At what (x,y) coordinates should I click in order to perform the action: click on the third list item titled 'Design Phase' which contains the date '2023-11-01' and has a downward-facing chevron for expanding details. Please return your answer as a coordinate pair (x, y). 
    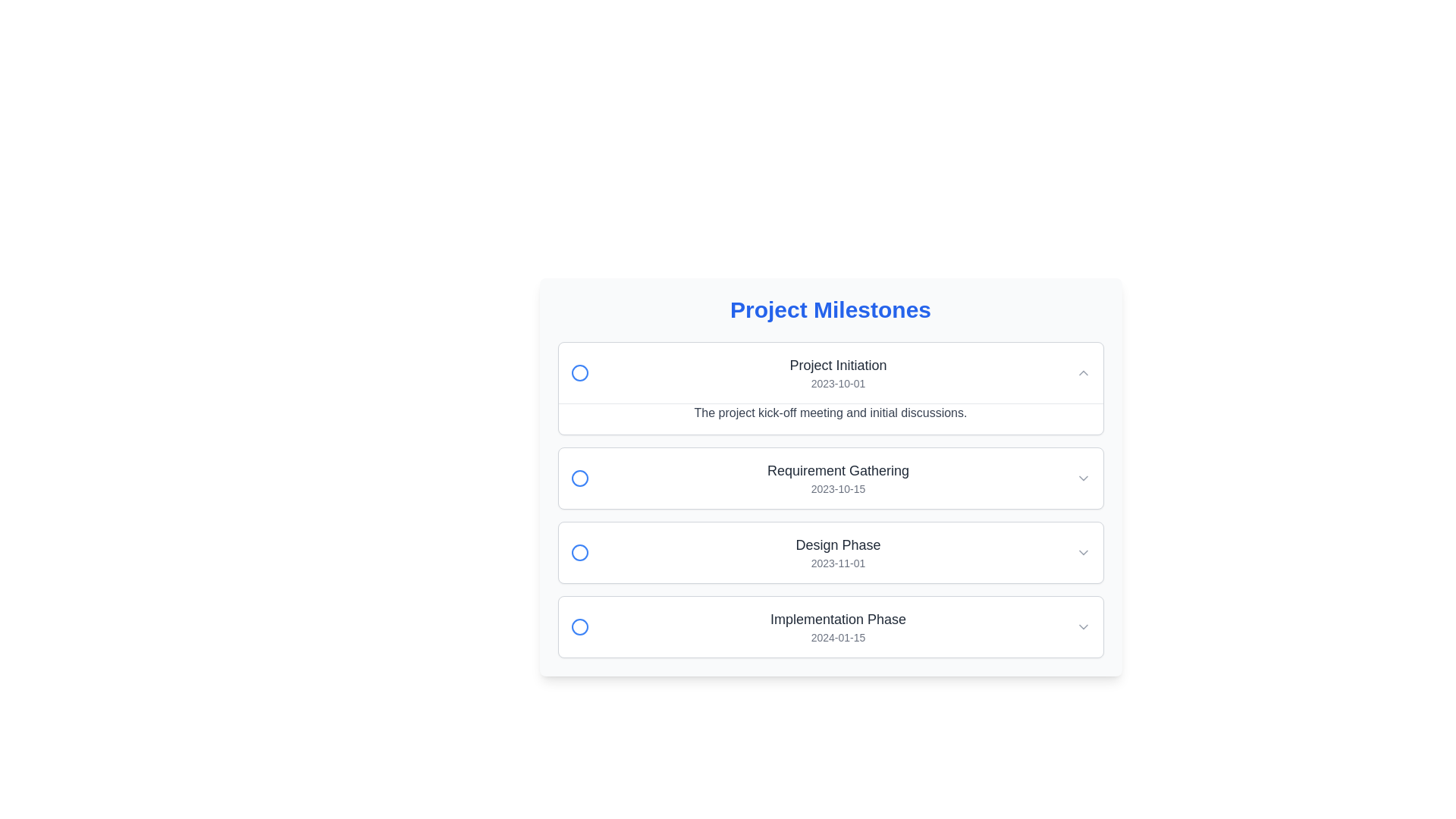
    Looking at the image, I should click on (830, 553).